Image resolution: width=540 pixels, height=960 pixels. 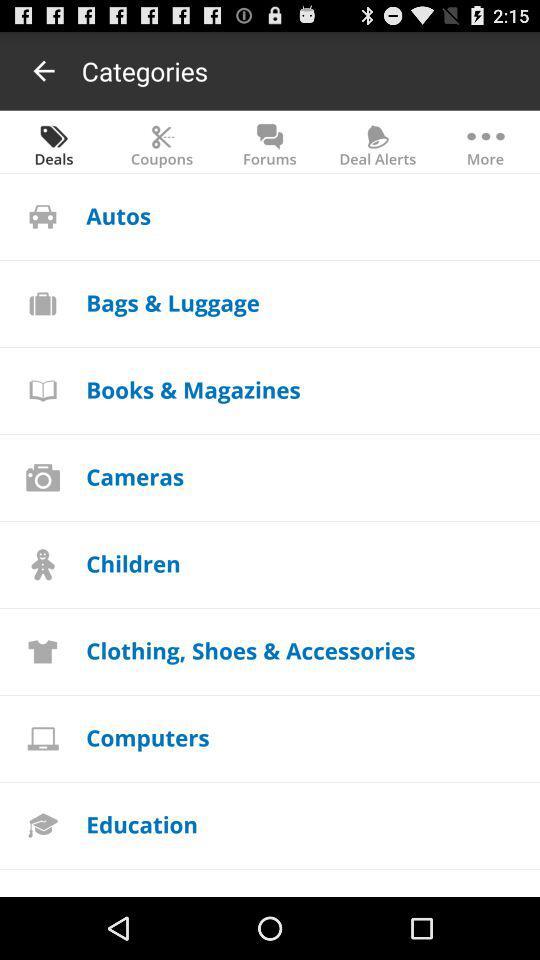 What do you see at coordinates (44, 70) in the screenshot?
I see `app to the left of categories` at bounding box center [44, 70].